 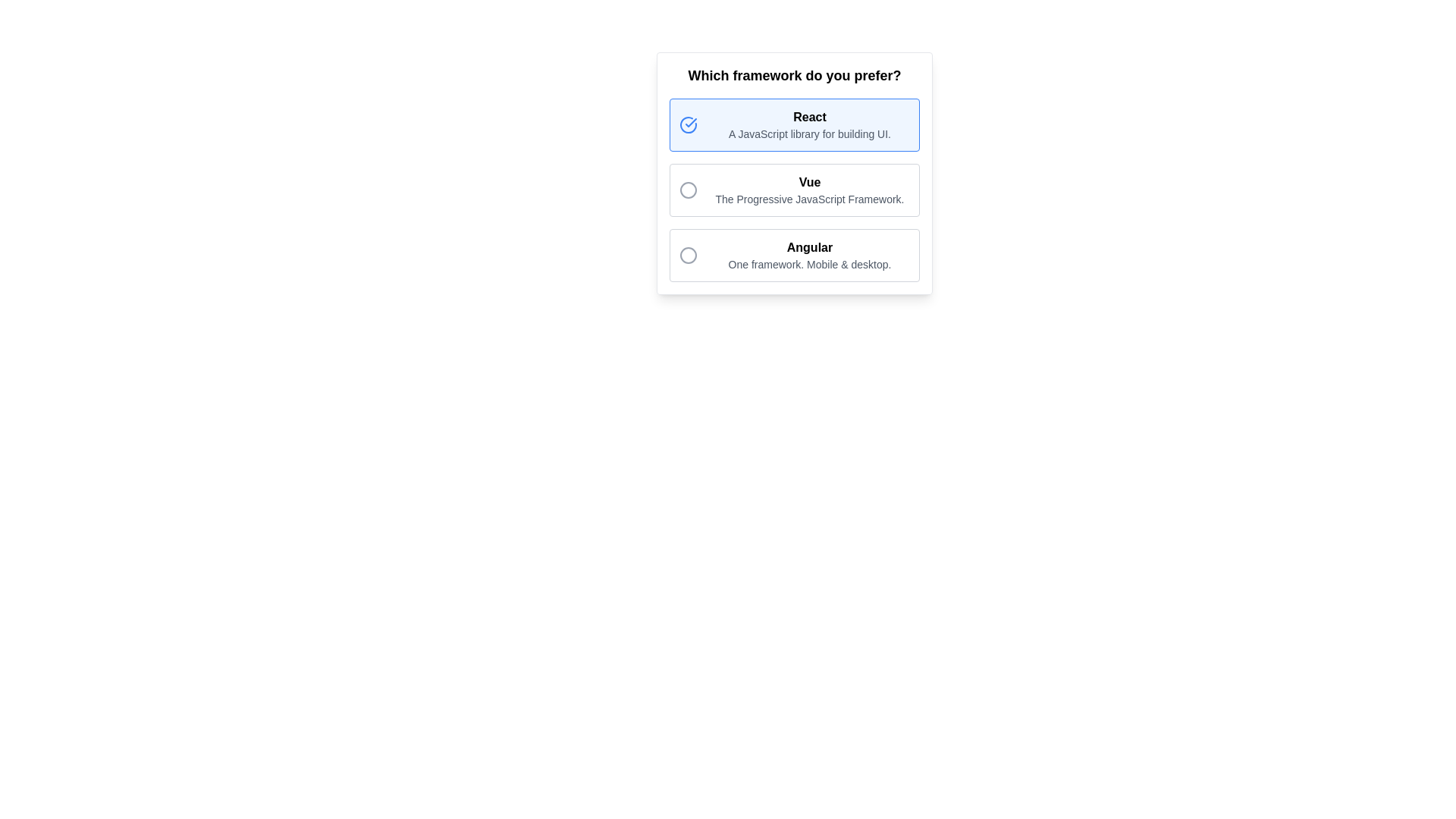 What do you see at coordinates (809, 181) in the screenshot?
I see `the label element that serves as the title for the 'Vue' choice in a list of selectable frameworks, which is positioned between 'React' and 'Angular'` at bounding box center [809, 181].